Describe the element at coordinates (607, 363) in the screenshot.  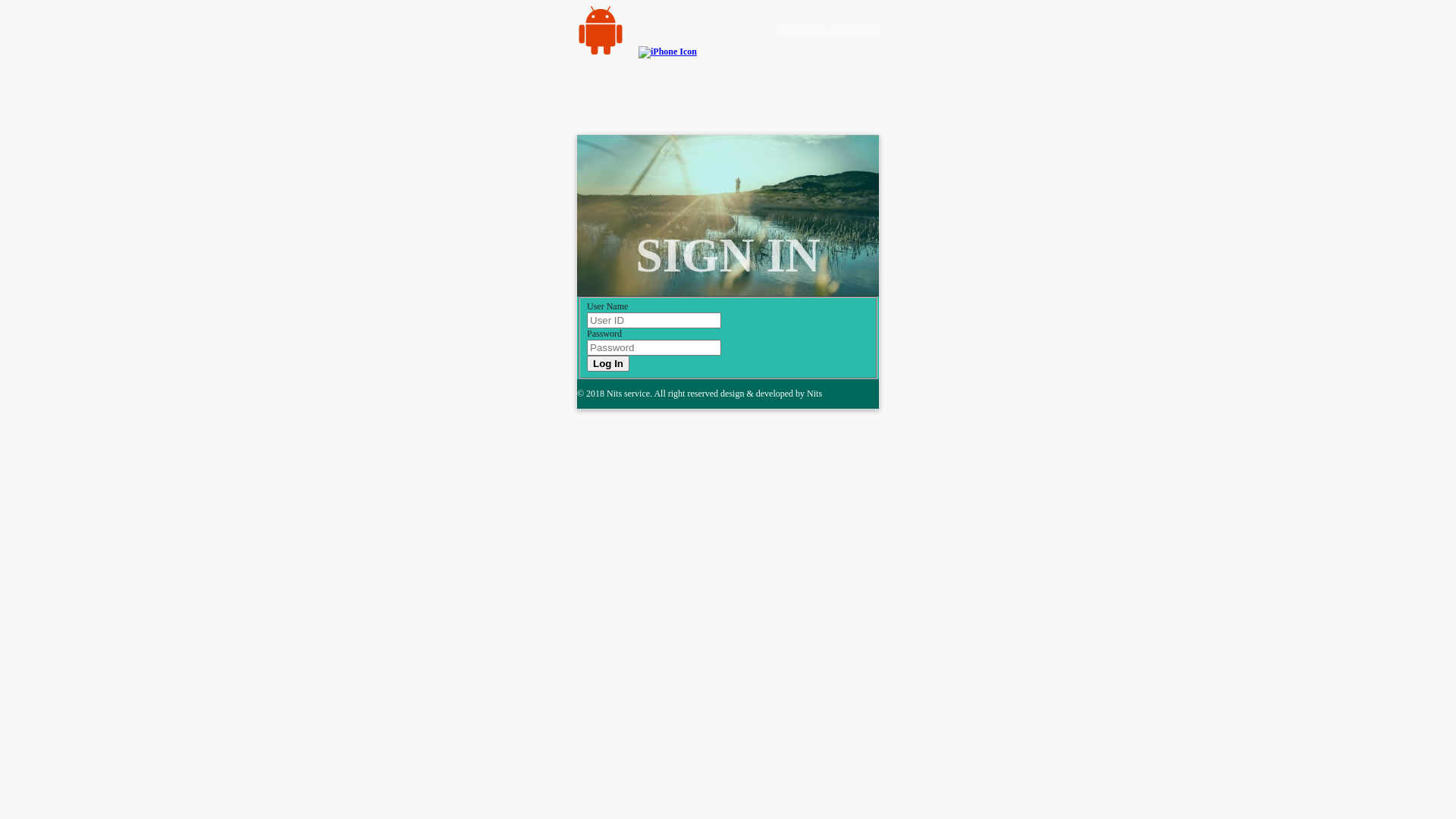
I see `'Log In'` at that location.